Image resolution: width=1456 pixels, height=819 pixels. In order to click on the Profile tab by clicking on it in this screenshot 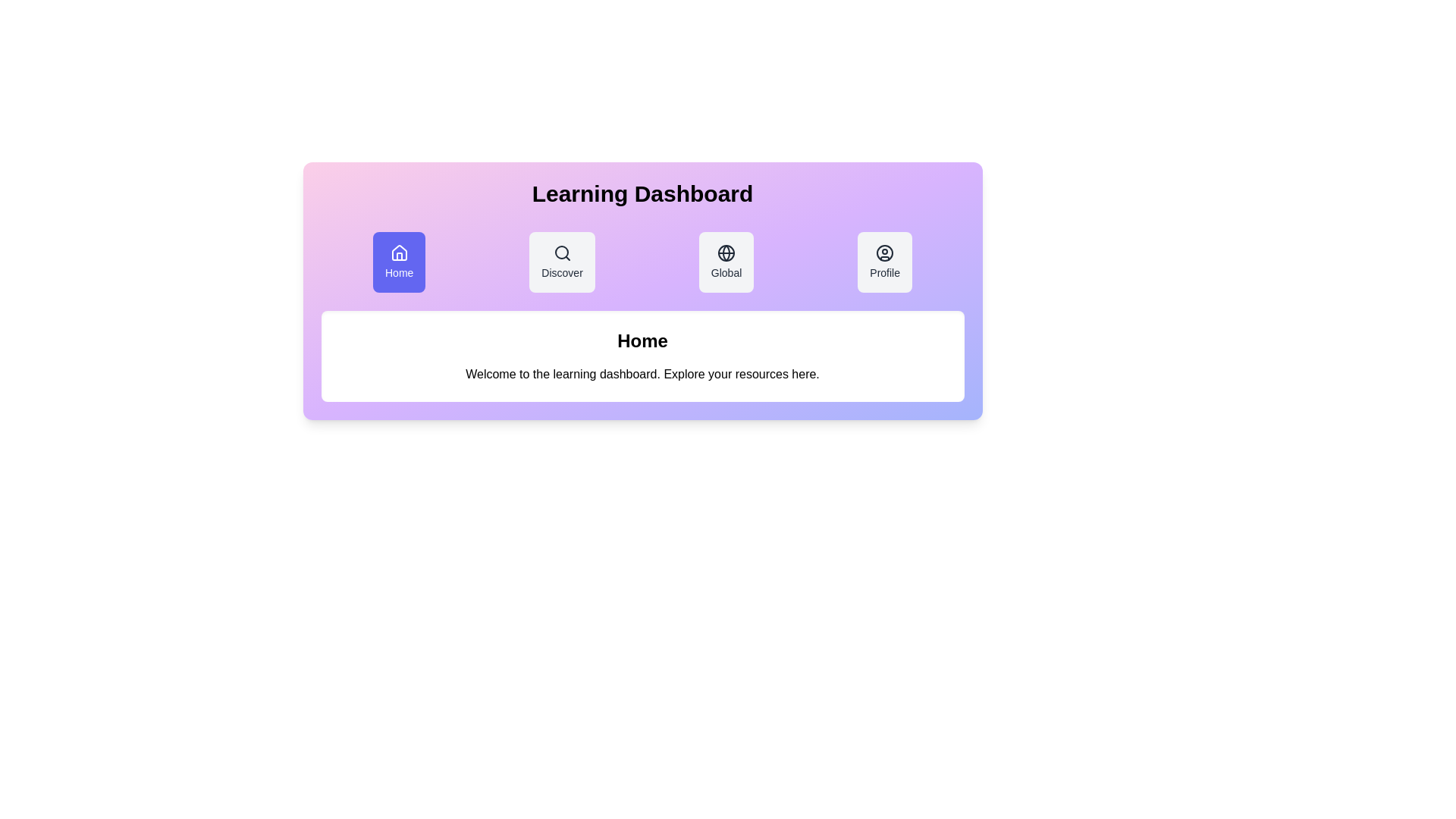, I will do `click(885, 262)`.